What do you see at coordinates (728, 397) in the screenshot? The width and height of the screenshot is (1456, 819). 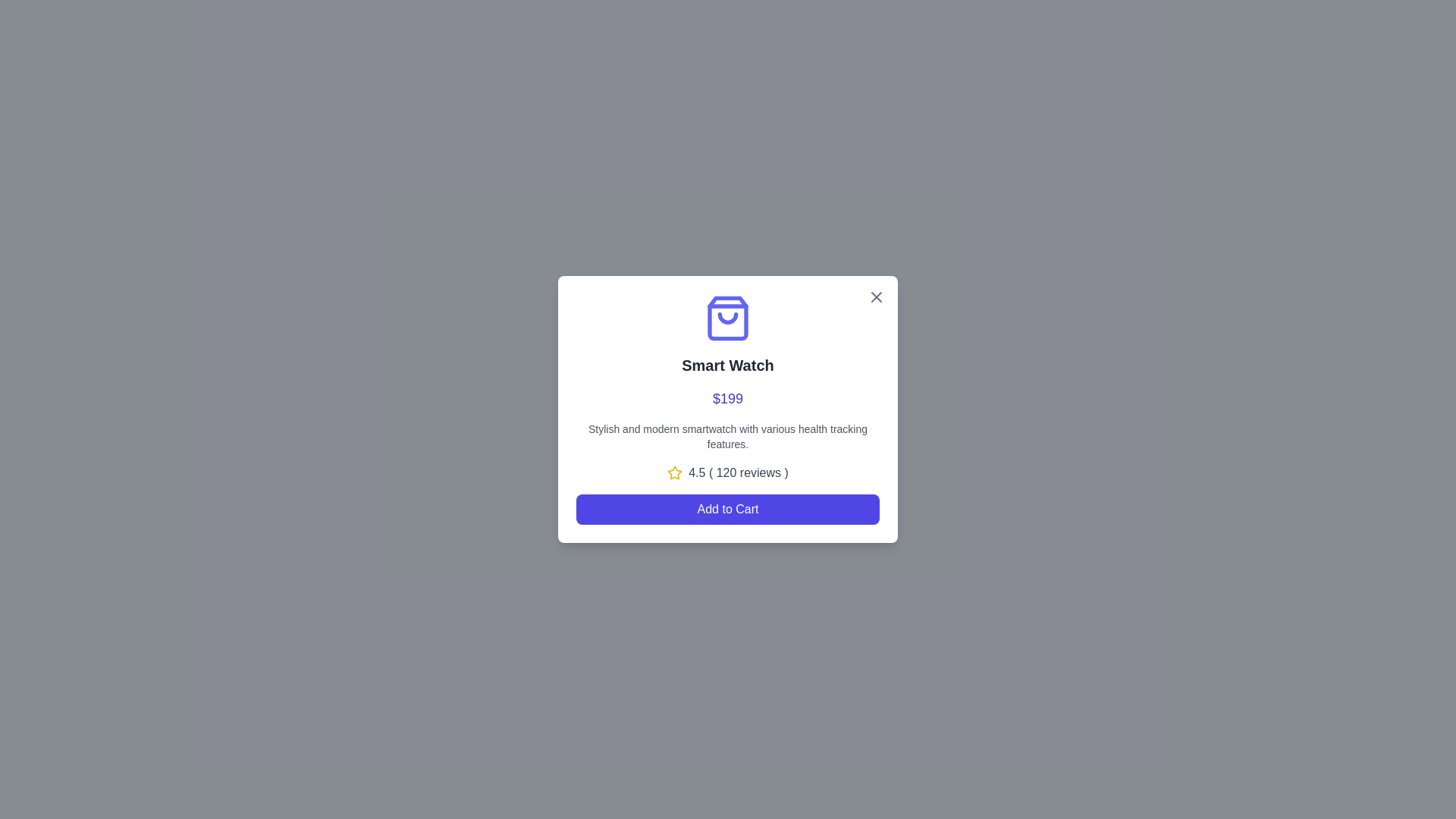 I see `the price display text label located within the card for the 'Smart Watch', which is centrally aligned and positioned below the title and above the description` at bounding box center [728, 397].